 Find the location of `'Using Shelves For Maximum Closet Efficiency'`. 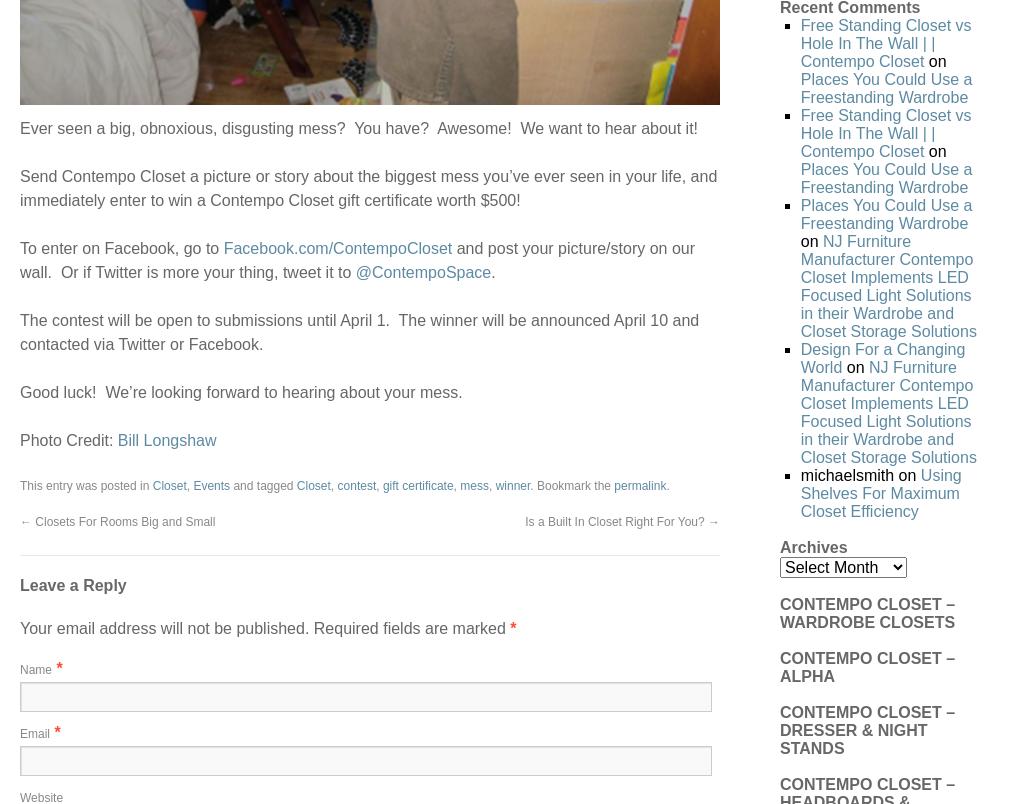

'Using Shelves For Maximum Closet Efficiency' is located at coordinates (879, 492).